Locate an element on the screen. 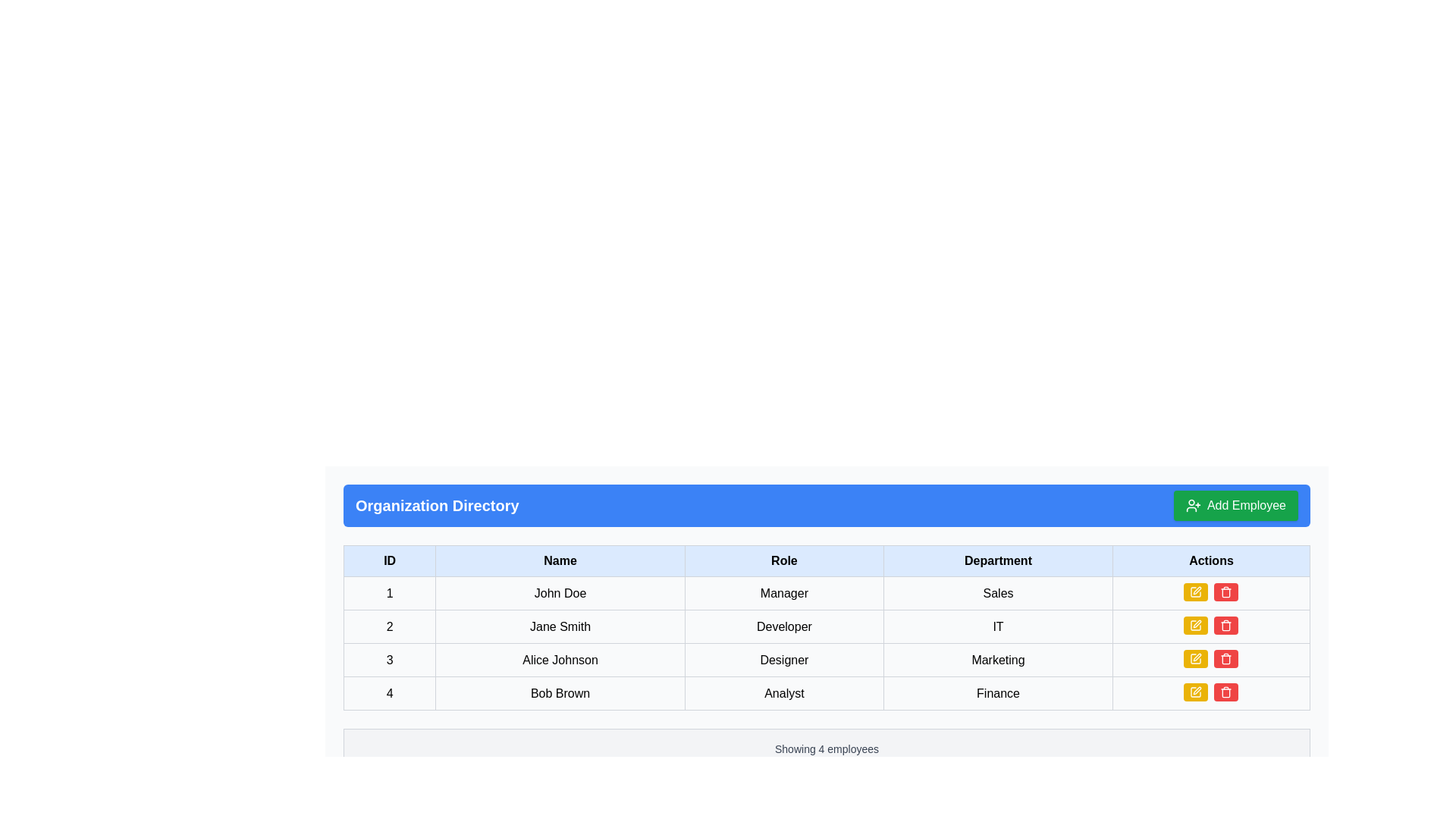 The height and width of the screenshot is (819, 1456). the delete icon located in the 'Actions' column of the fourth row of the table, positioned to the right of the edit action icon is located at coordinates (1226, 659).